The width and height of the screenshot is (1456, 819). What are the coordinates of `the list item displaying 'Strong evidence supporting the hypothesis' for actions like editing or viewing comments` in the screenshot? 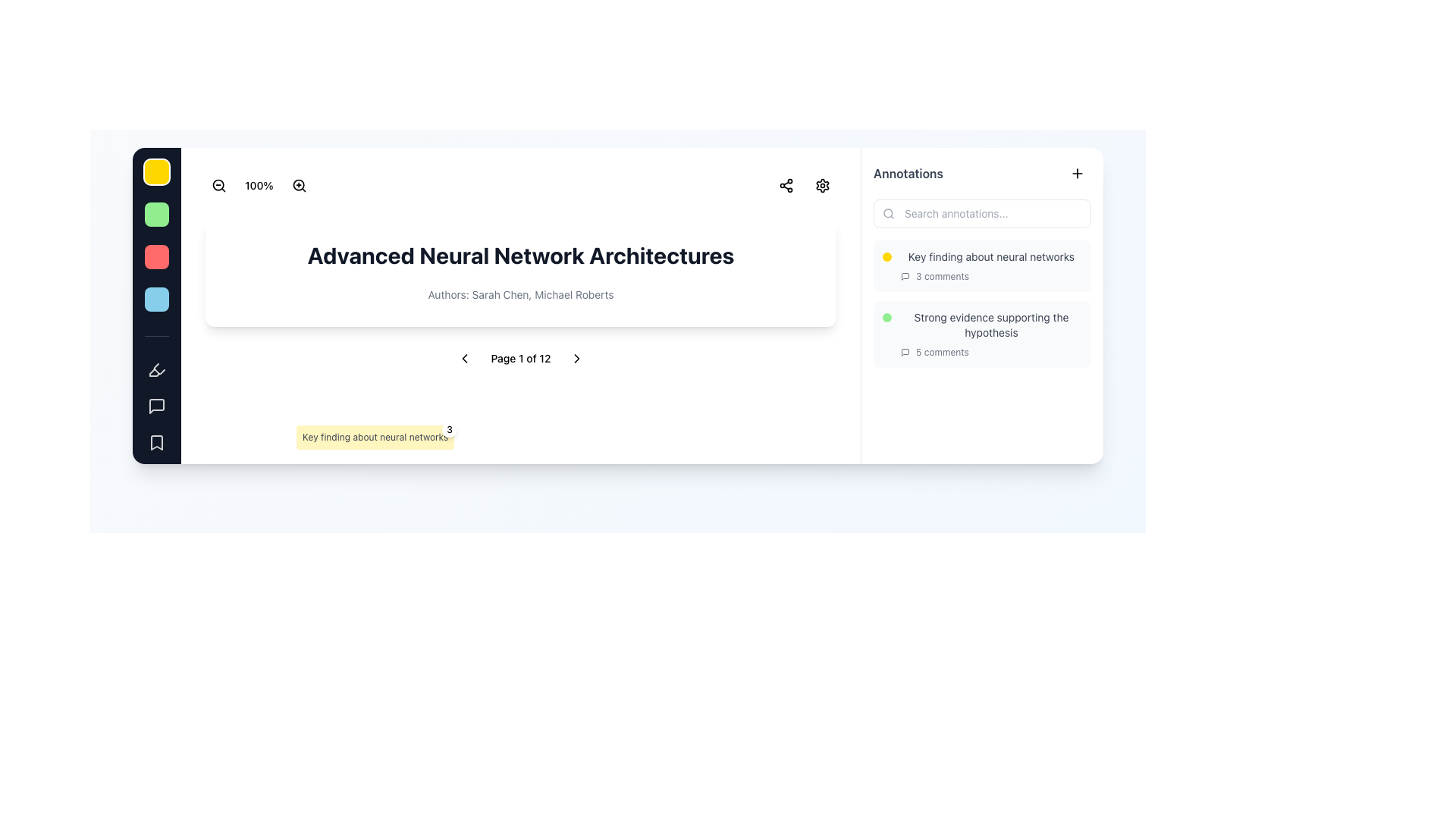 It's located at (982, 305).